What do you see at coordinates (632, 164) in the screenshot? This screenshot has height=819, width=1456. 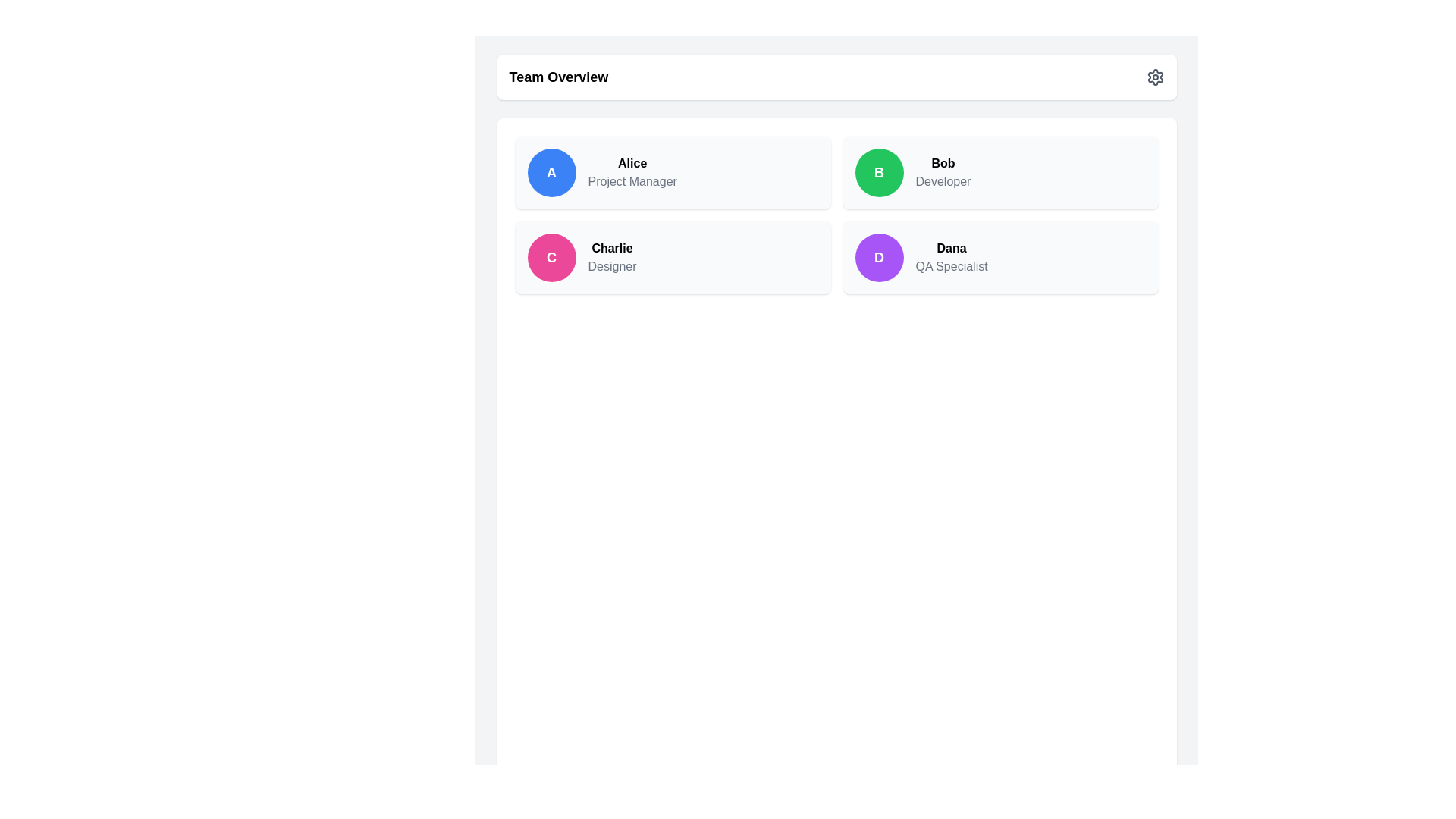 I see `the text label displaying 'Alice', which is styled in bold and positioned above the role 'Project Manager' within the top-left user card` at bounding box center [632, 164].